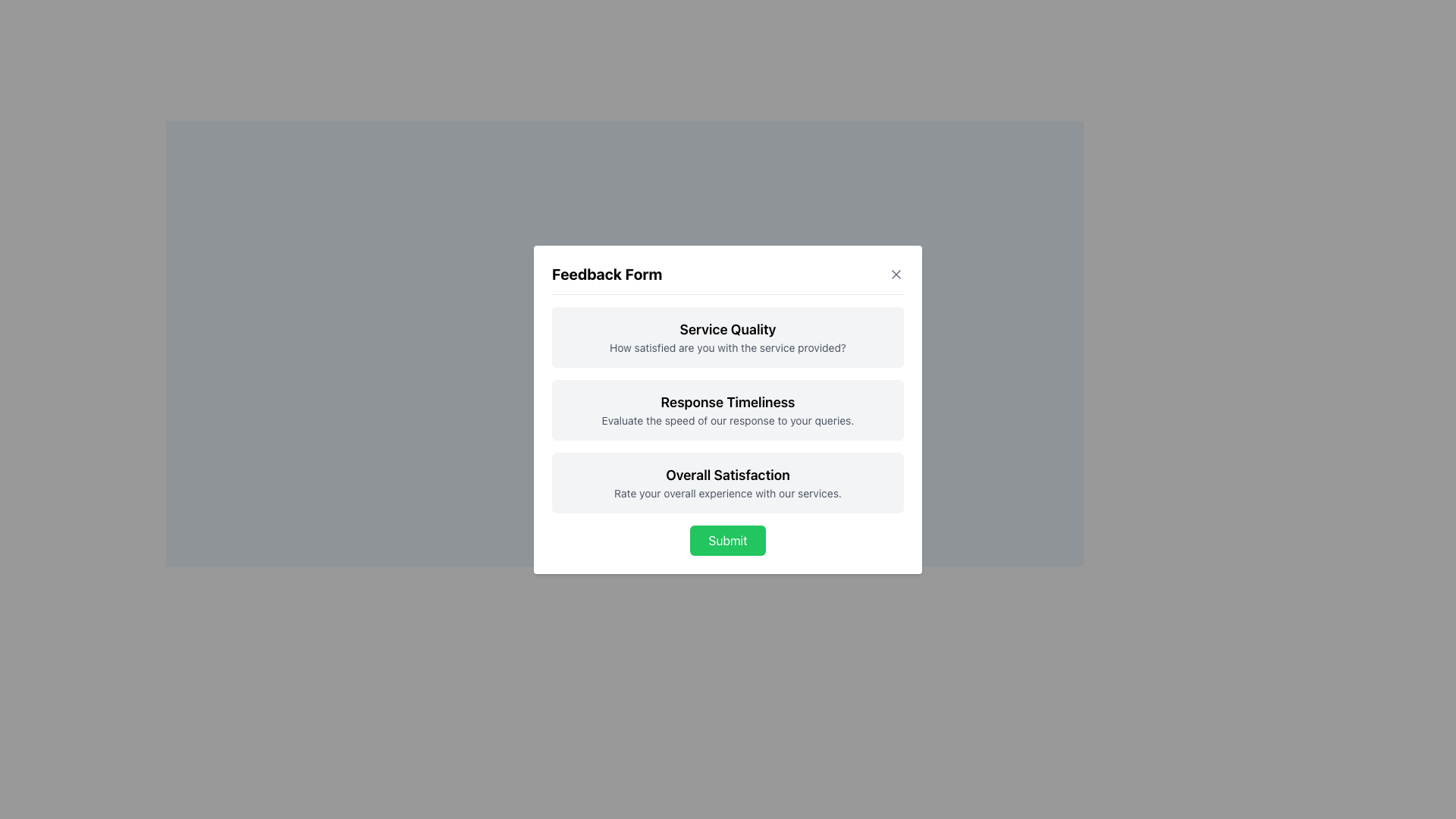 The width and height of the screenshot is (1456, 819). I want to click on the Informative block titled 'Response Timeliness' that contains the text 'Evaluate the speed of our response to your queries.', so click(728, 409).